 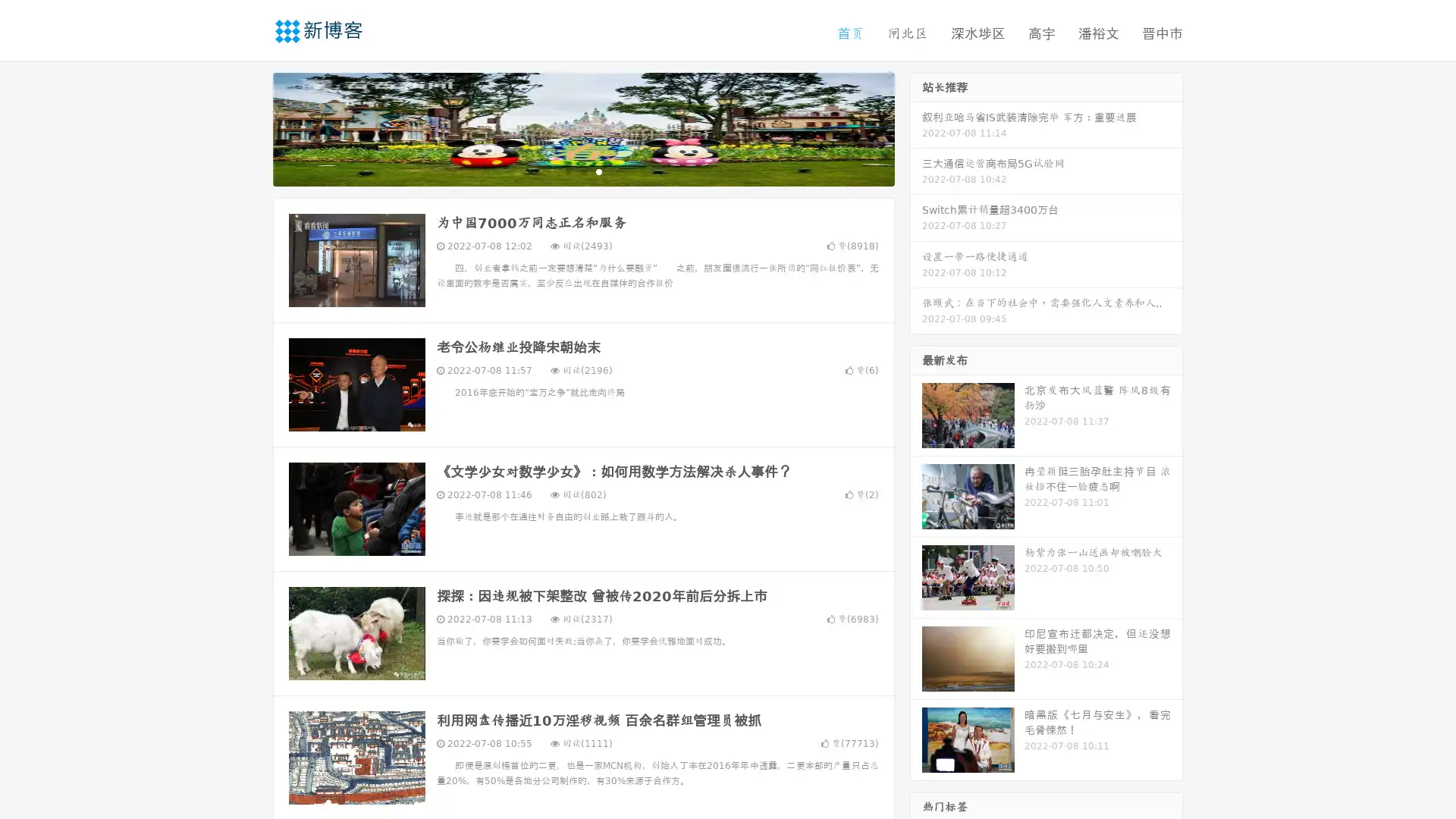 What do you see at coordinates (916, 127) in the screenshot?
I see `Next slide` at bounding box center [916, 127].